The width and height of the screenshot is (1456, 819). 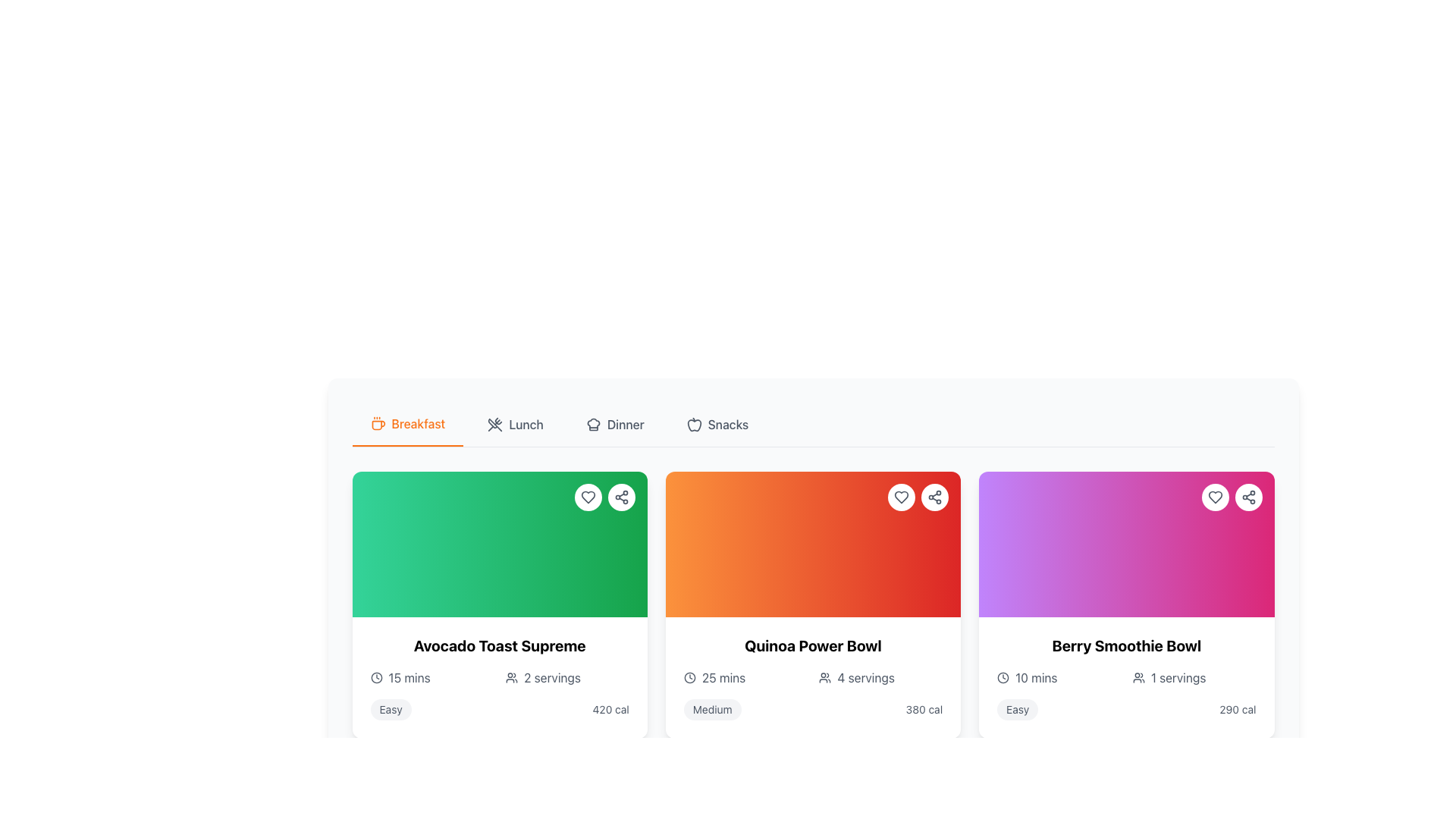 What do you see at coordinates (378, 424) in the screenshot?
I see `the 'Breakfast' menu icon located in the top-left section of the UI, immediately to the left of the 'Breakfast' label` at bounding box center [378, 424].